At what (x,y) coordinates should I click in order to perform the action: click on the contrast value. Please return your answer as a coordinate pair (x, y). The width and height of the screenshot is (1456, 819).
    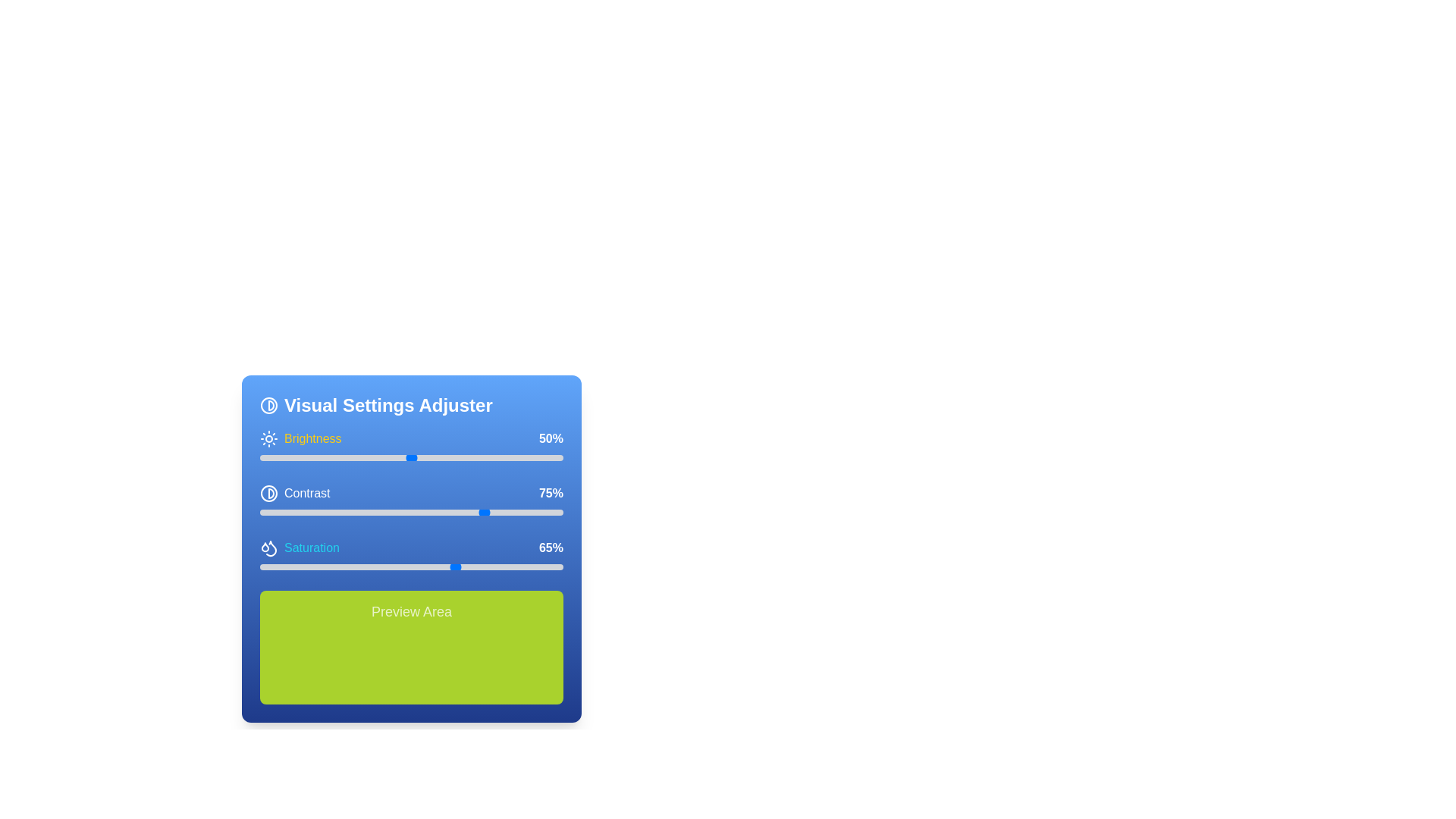
    Looking at the image, I should click on (372, 512).